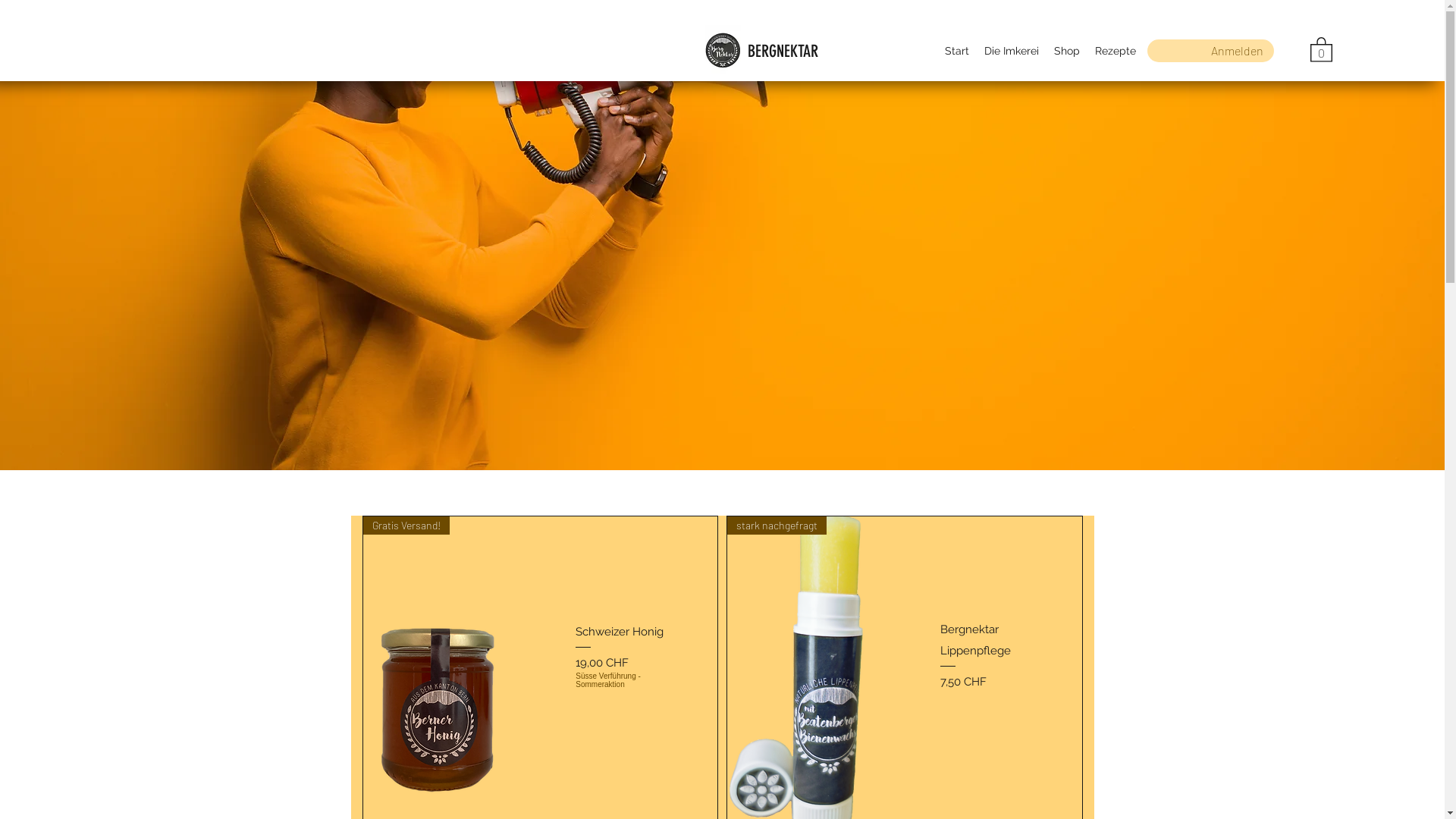 The image size is (1456, 819). What do you see at coordinates (956, 49) in the screenshot?
I see `'Start'` at bounding box center [956, 49].